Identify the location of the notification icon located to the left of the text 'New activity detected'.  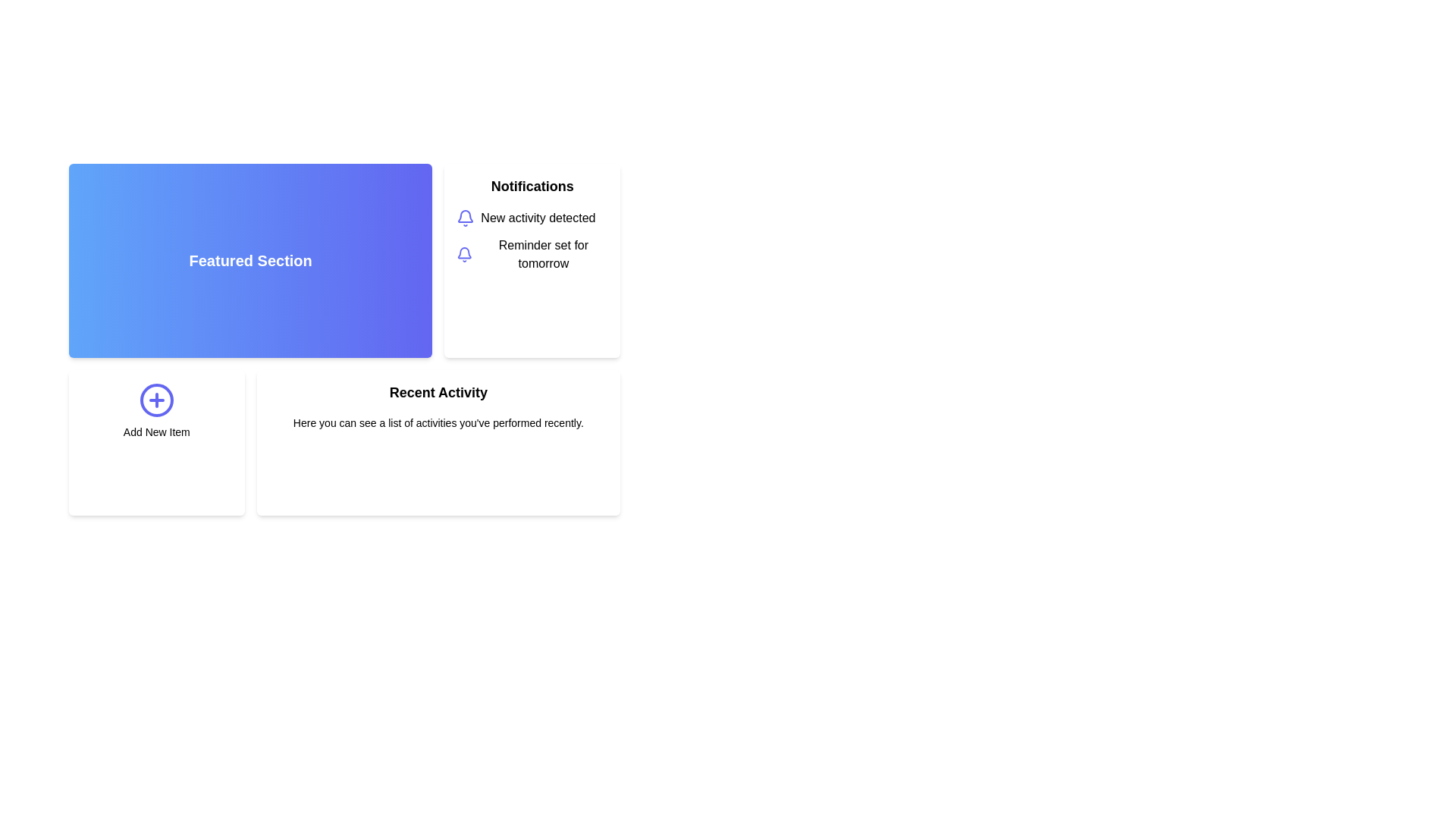
(465, 218).